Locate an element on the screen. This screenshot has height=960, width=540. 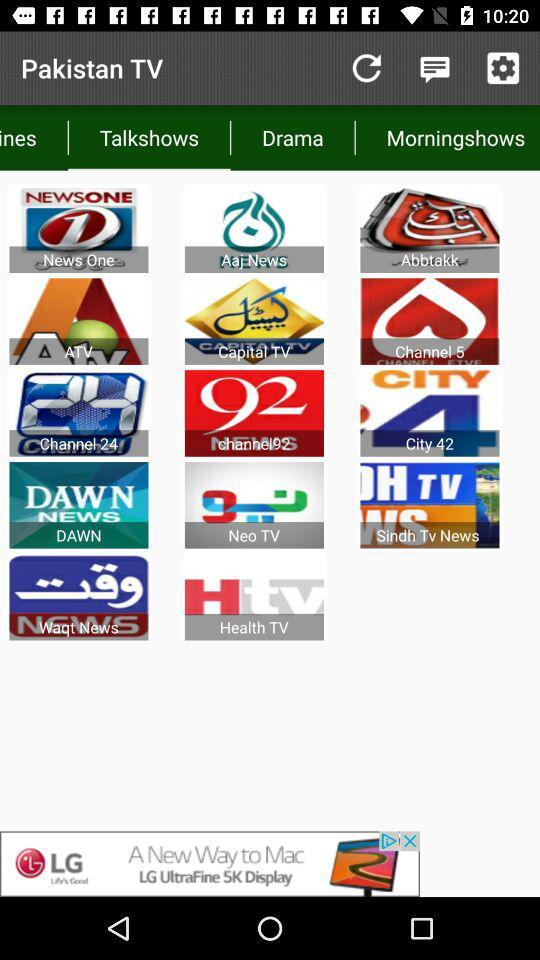
refresh is located at coordinates (365, 68).